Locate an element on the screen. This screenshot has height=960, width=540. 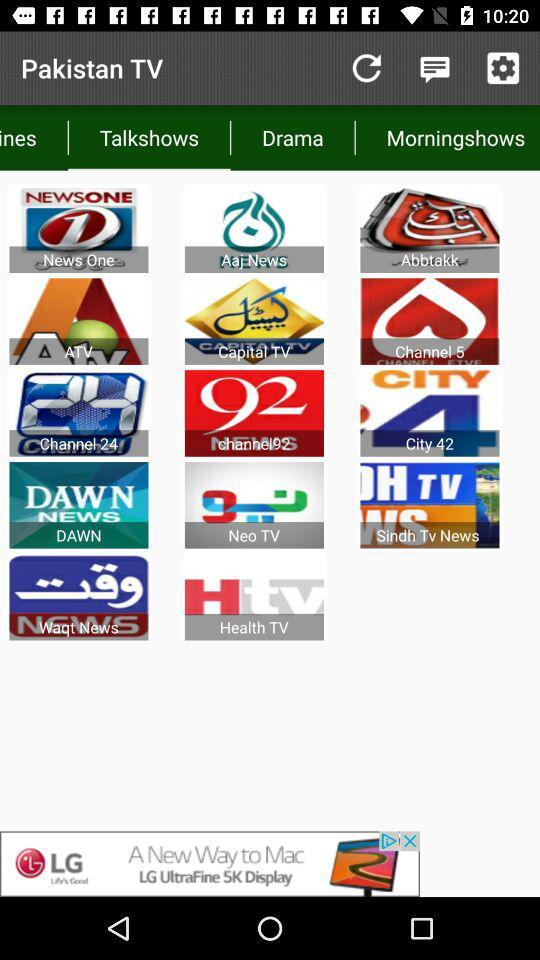
refresh is located at coordinates (365, 68).